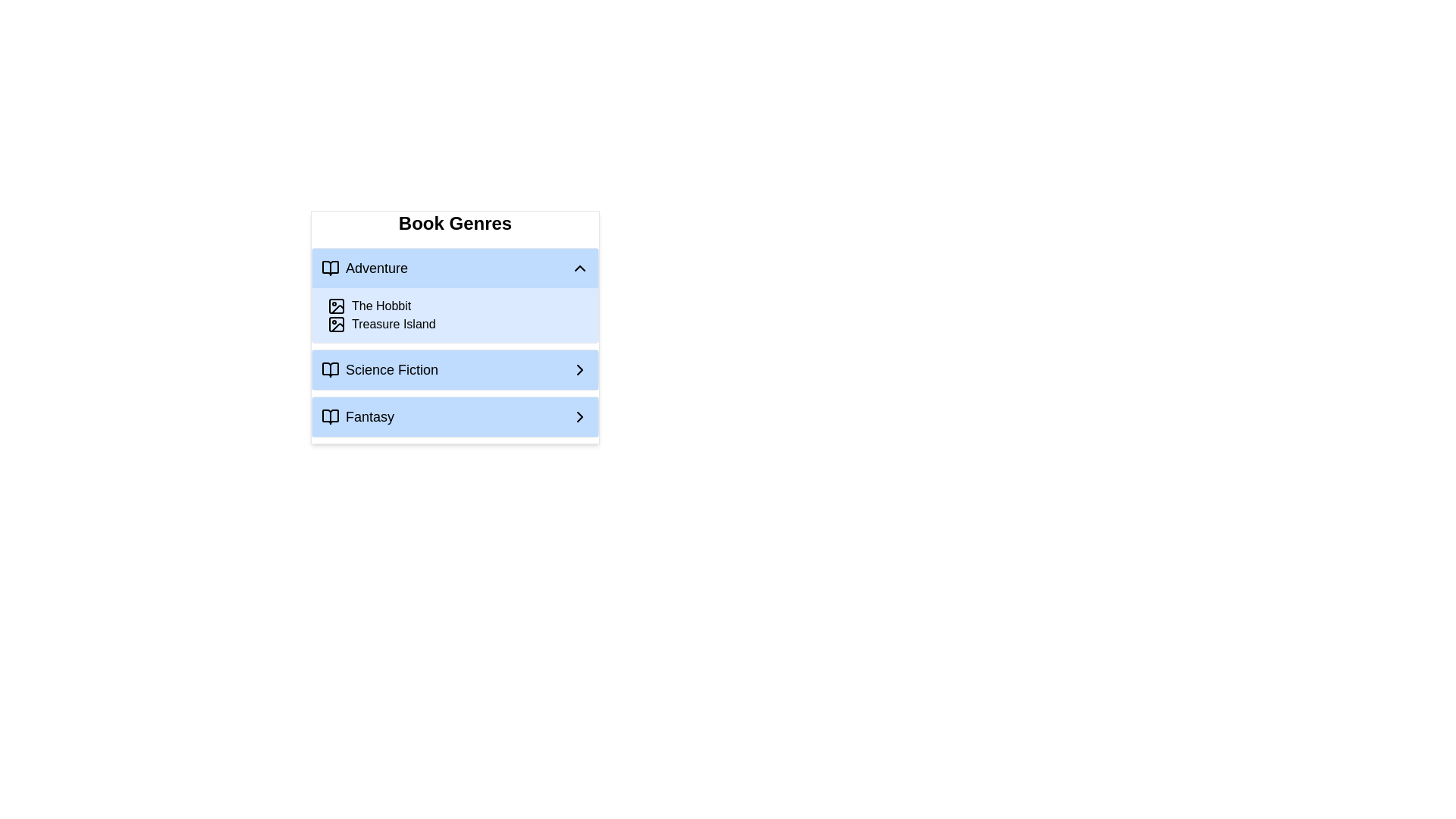 The height and width of the screenshot is (819, 1456). I want to click on the black rounded rectangle SVG shape element that is part of the composite icon preceding 'The Hobbit' in the 'Adventure' category under 'Book Genres', so click(336, 324).